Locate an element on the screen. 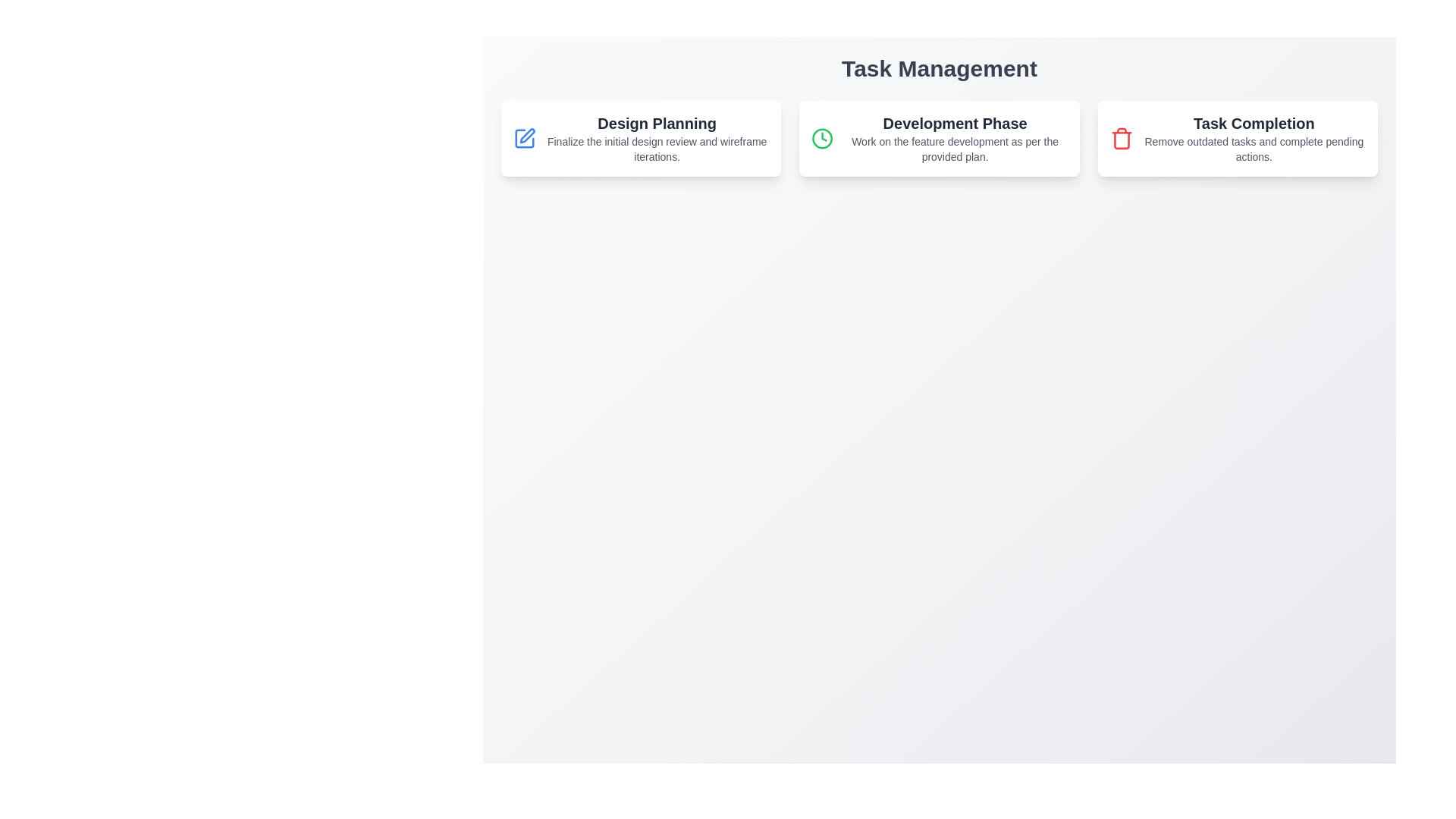  text string 'Work on the feature development as per the provided plan.' located under the header 'Development Phase' in the central panel is located at coordinates (954, 149).